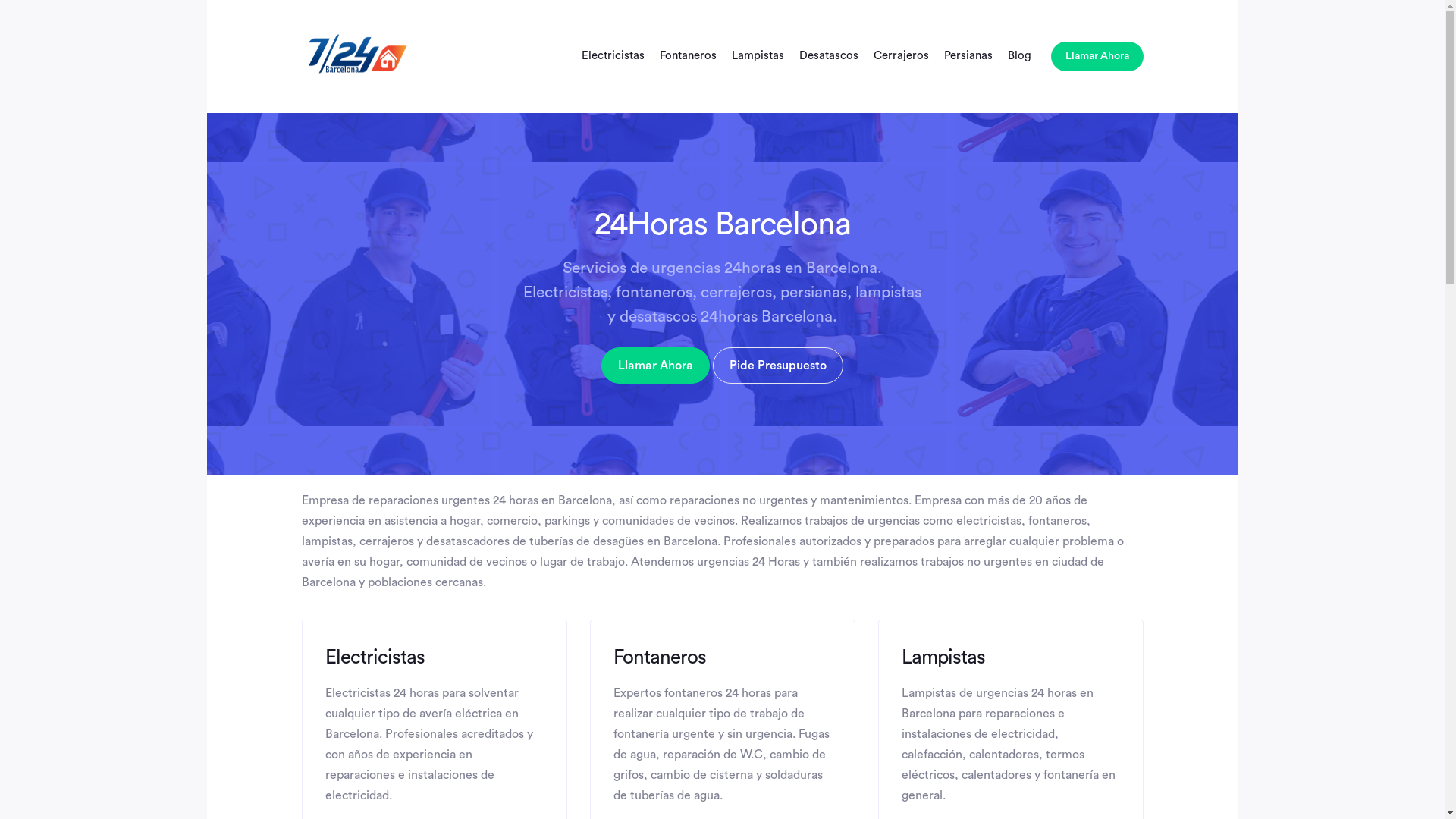 The image size is (1456, 819). Describe the element at coordinates (757, 55) in the screenshot. I see `'Lampistas'` at that location.